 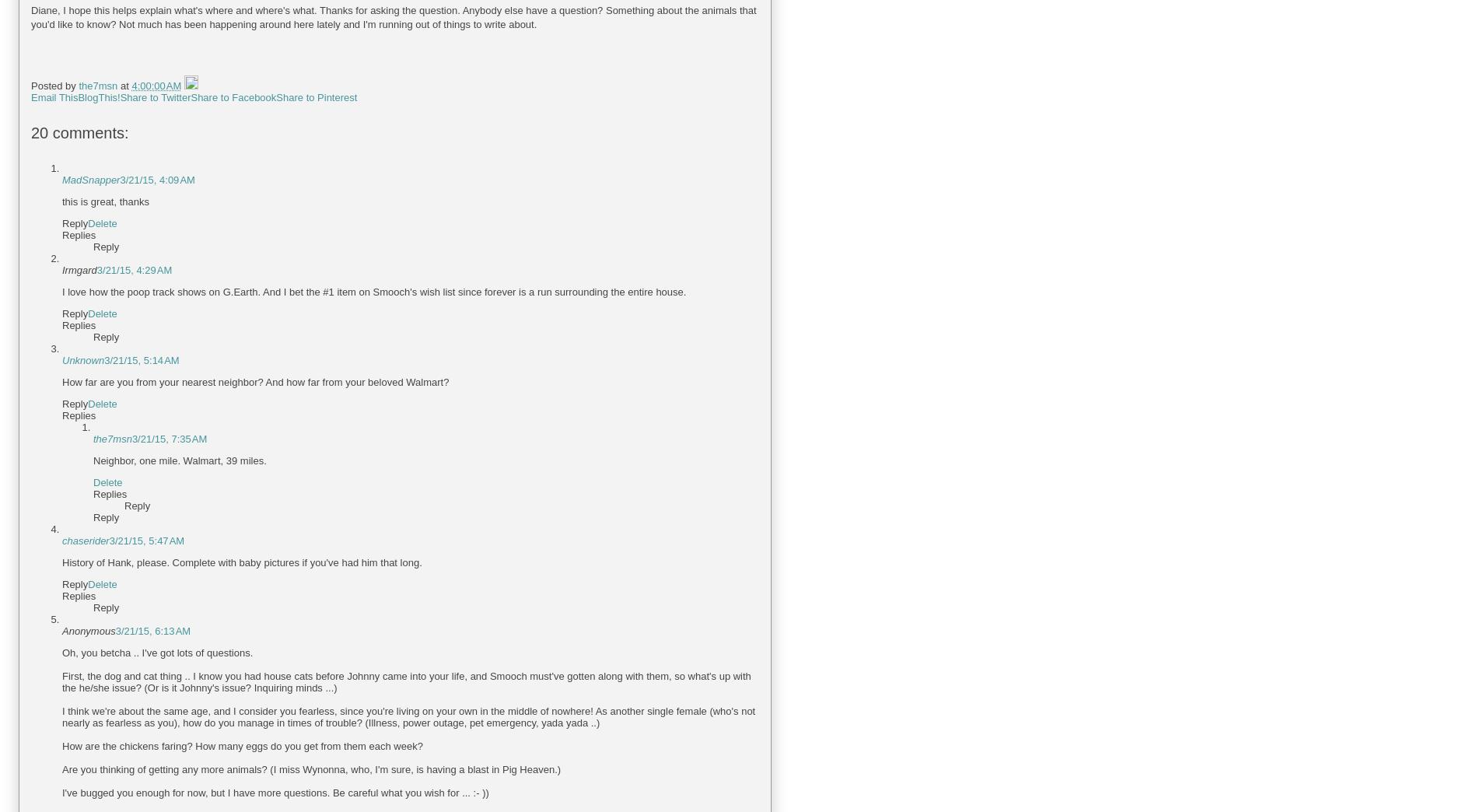 What do you see at coordinates (103, 360) in the screenshot?
I see `'3/21/15, 5:14 AM'` at bounding box center [103, 360].